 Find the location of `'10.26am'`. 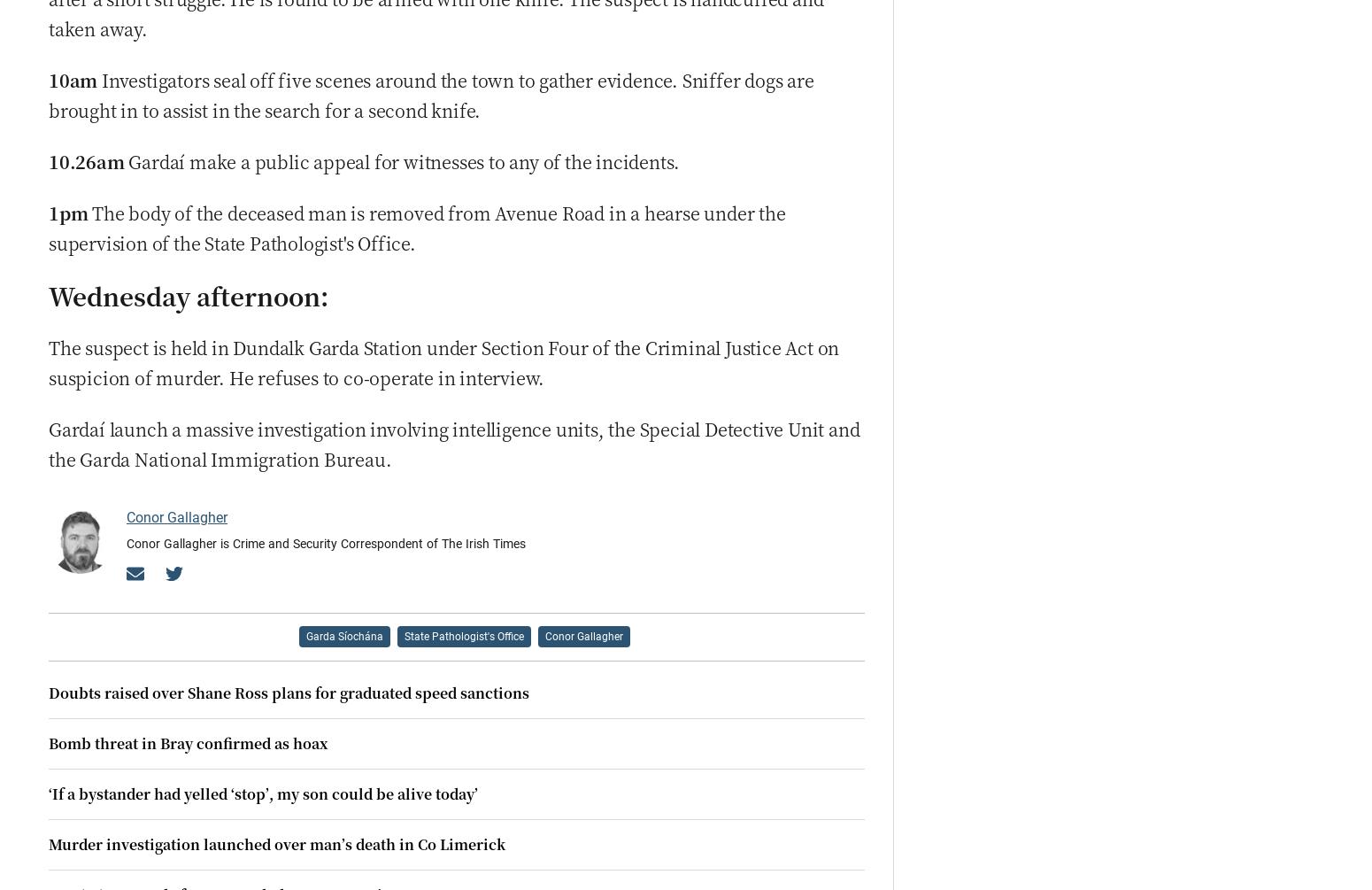

'10.26am' is located at coordinates (48, 159).